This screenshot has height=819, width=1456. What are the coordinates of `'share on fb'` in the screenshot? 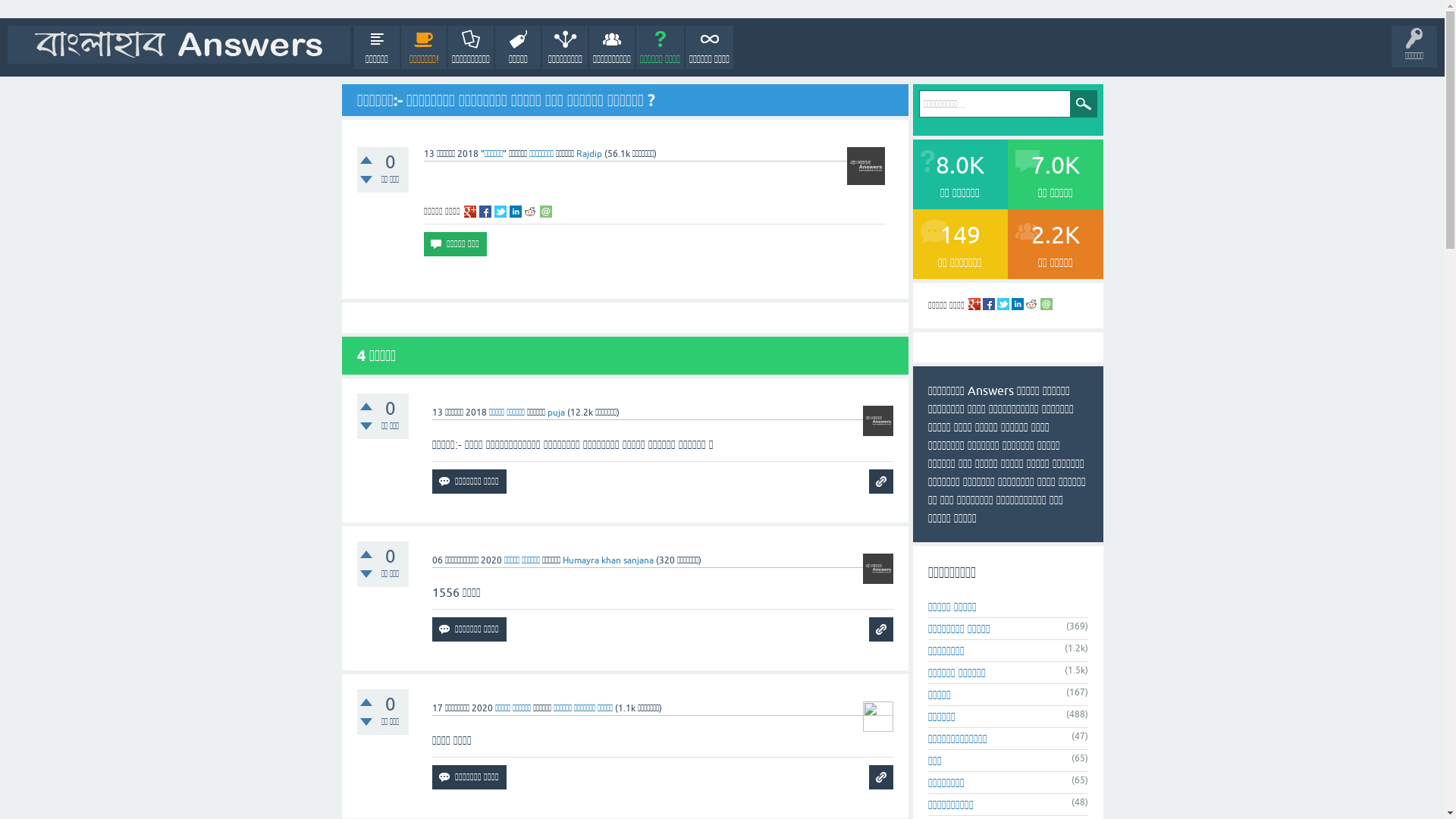 It's located at (479, 211).